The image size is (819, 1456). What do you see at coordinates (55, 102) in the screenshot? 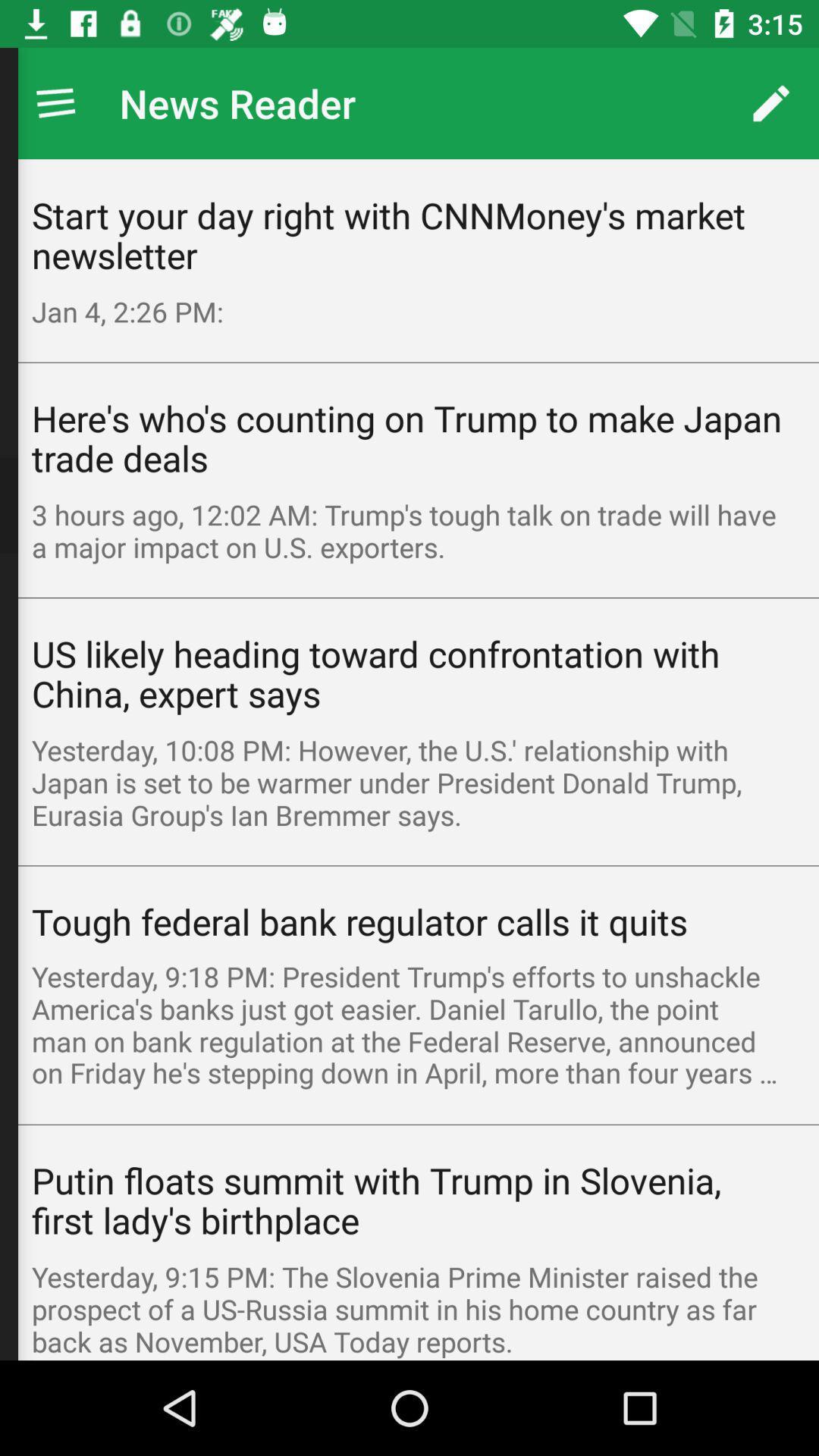
I see `app next to news reader icon` at bounding box center [55, 102].